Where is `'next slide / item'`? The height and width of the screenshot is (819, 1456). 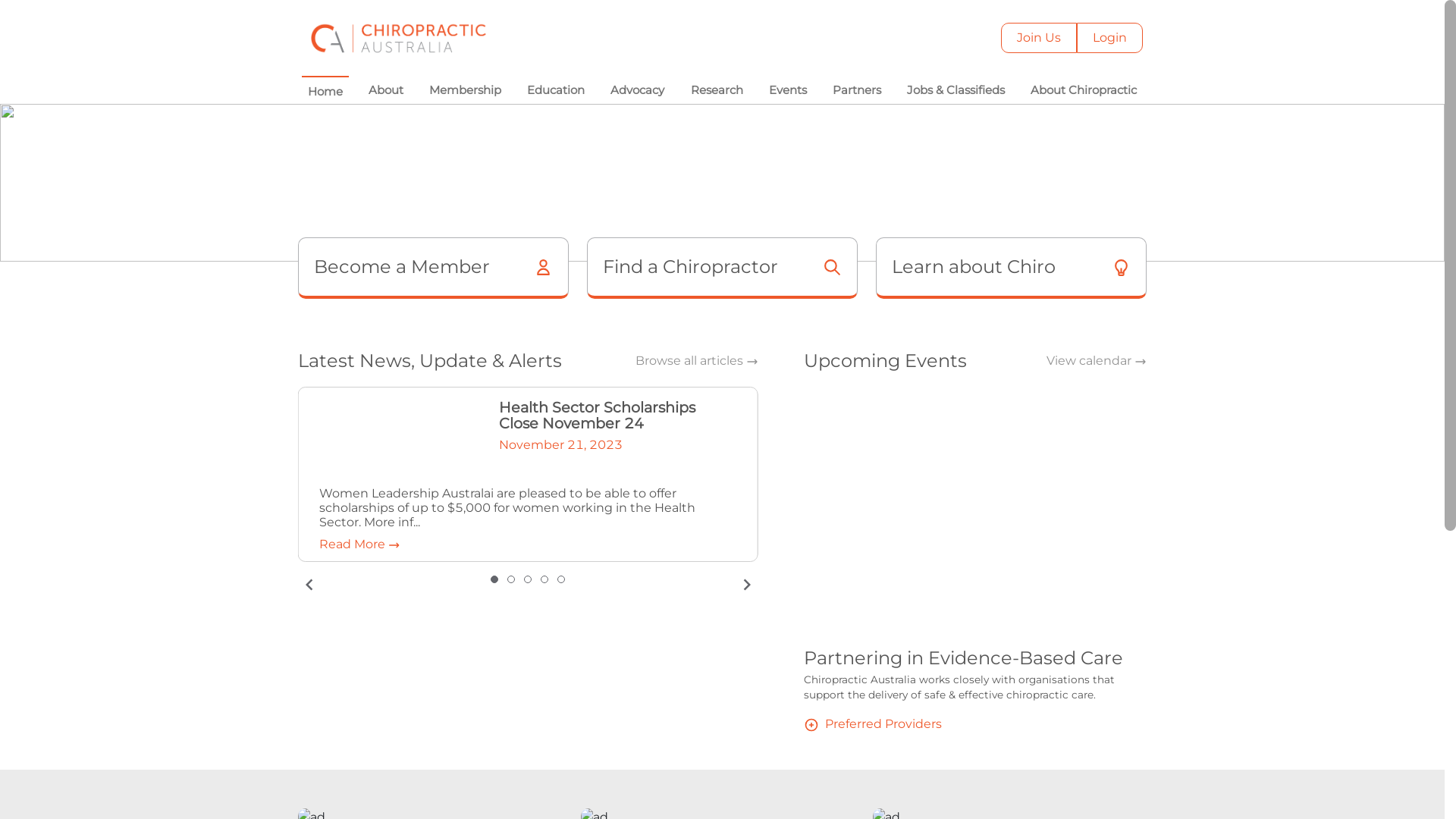 'next slide / item' is located at coordinates (735, 584).